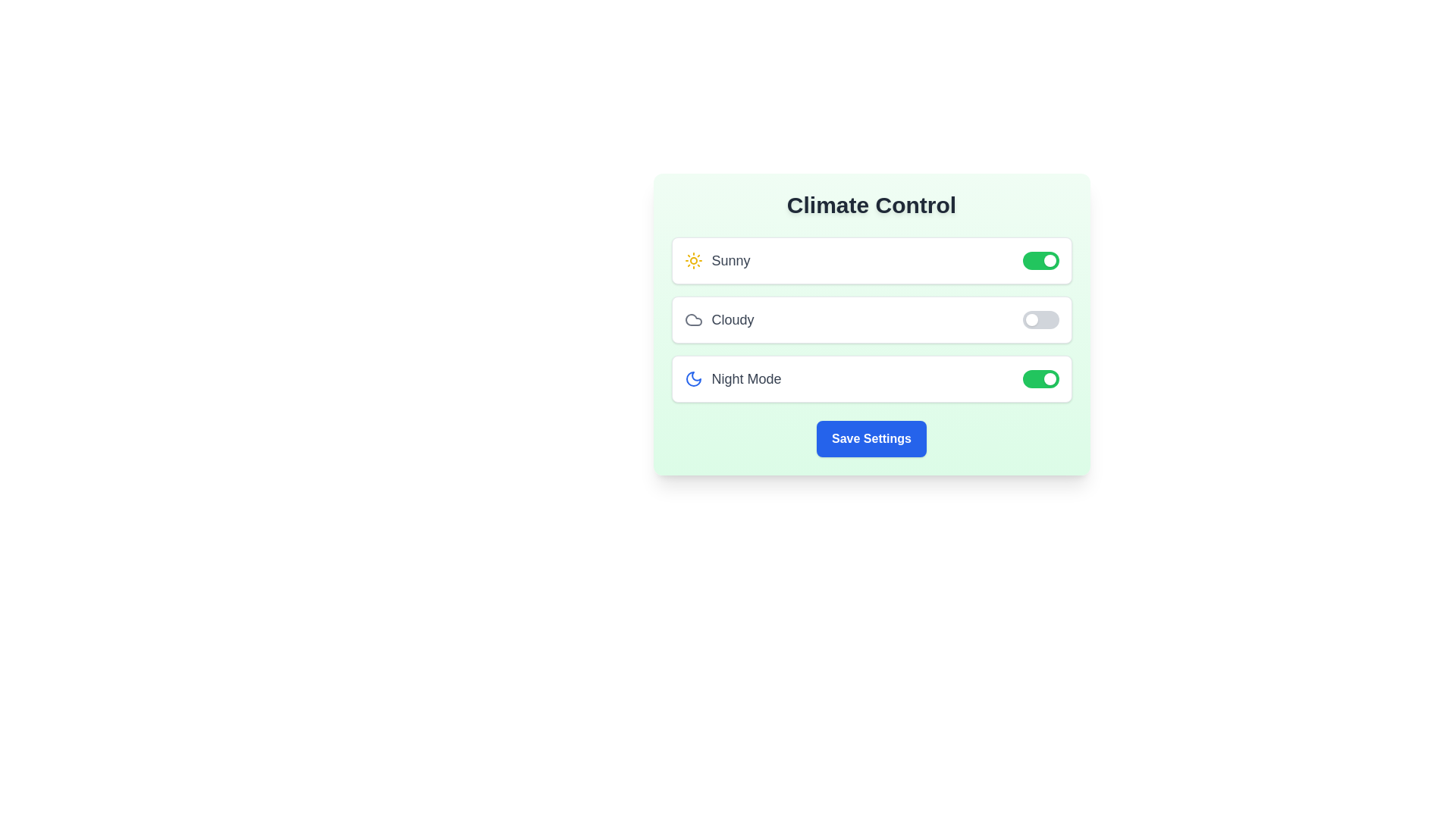 The width and height of the screenshot is (1456, 819). What do you see at coordinates (732, 378) in the screenshot?
I see `the text label for Night Mode` at bounding box center [732, 378].